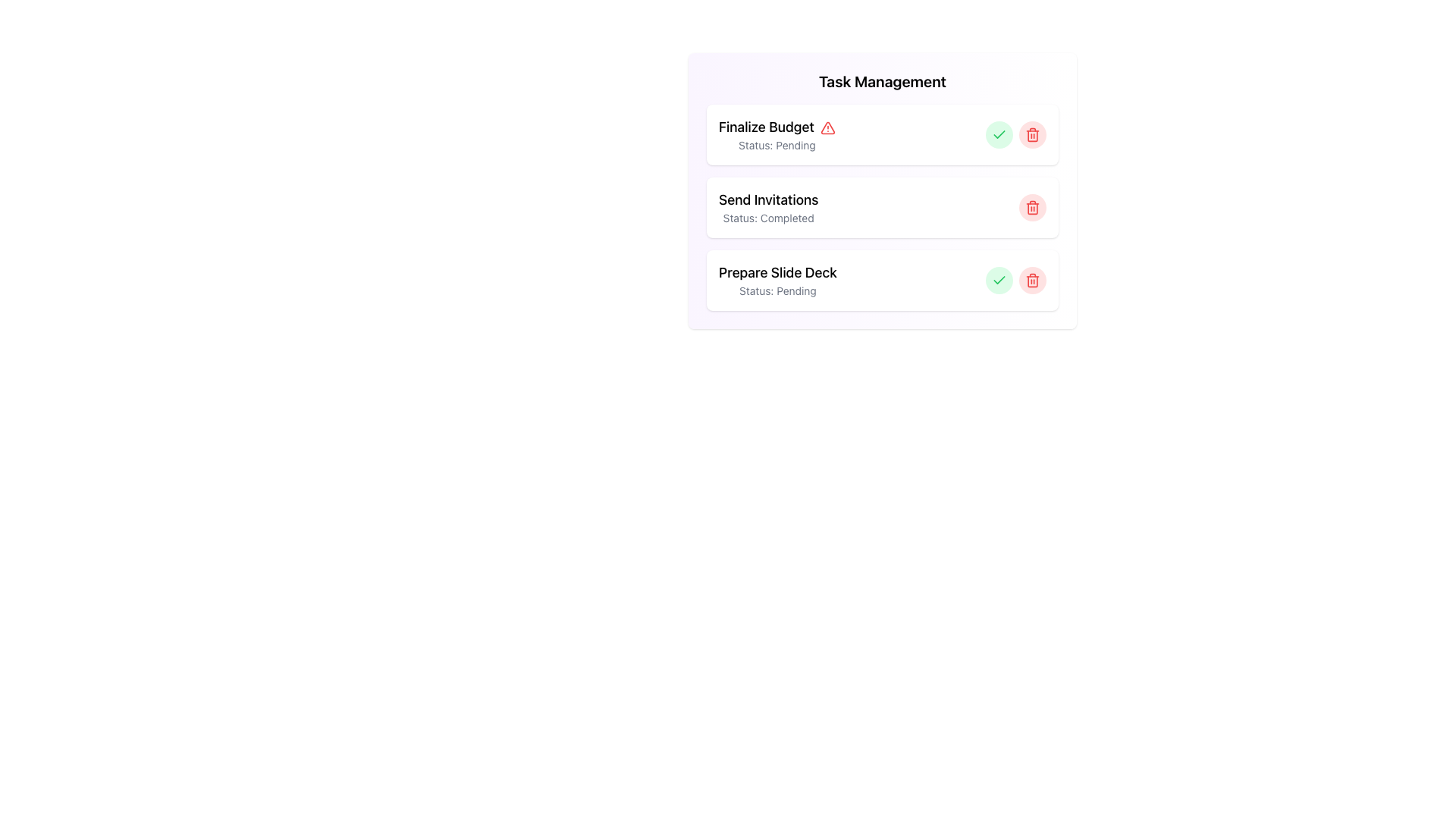 The image size is (1456, 819). What do you see at coordinates (999, 281) in the screenshot?
I see `the circular green button with a green checkmark icon at its center, located in the lower section of the 'Prepare Slide Deck' row in the 'Task Management' interface` at bounding box center [999, 281].